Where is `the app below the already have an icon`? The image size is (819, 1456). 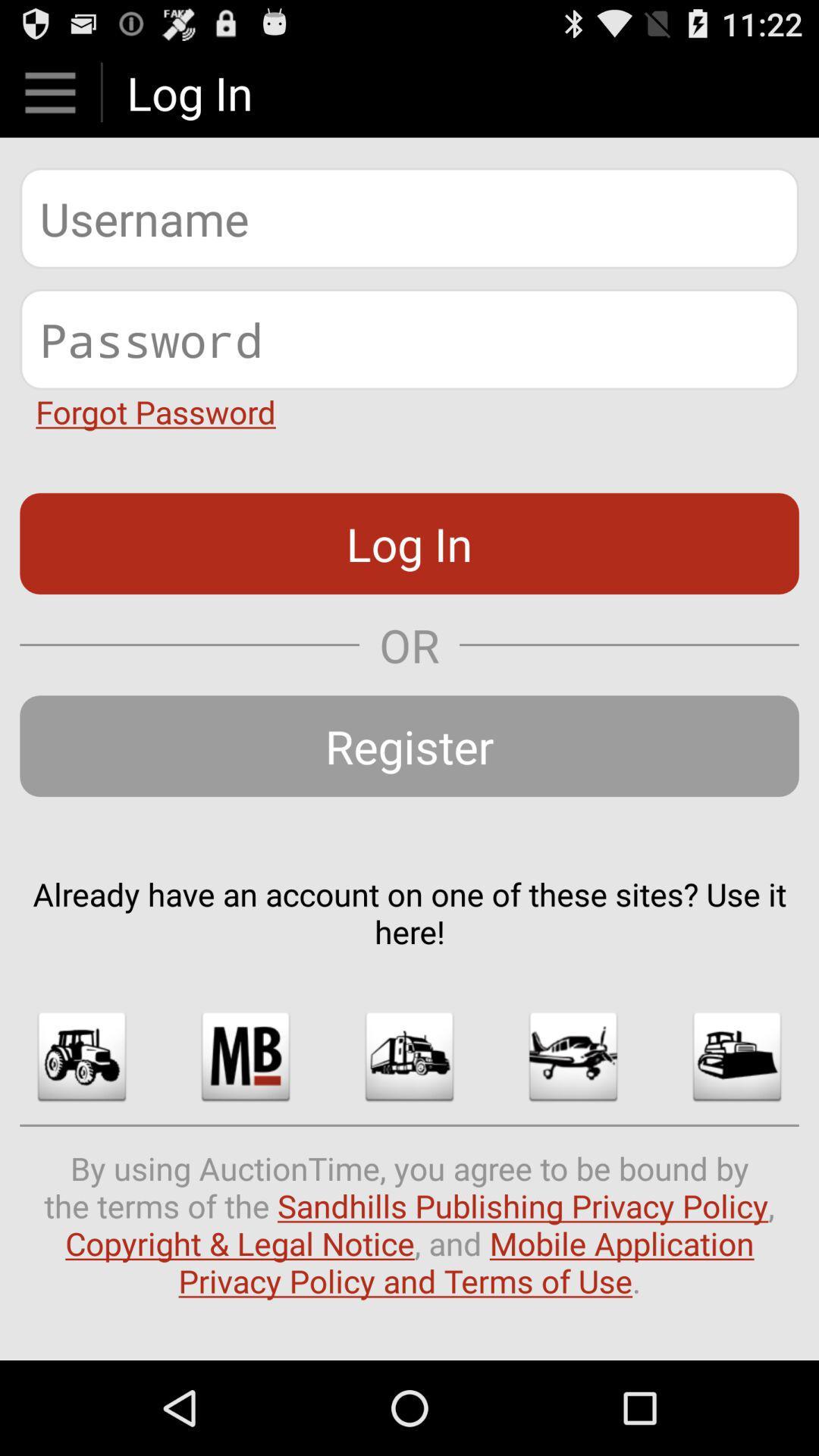
the app below the already have an icon is located at coordinates (245, 1056).